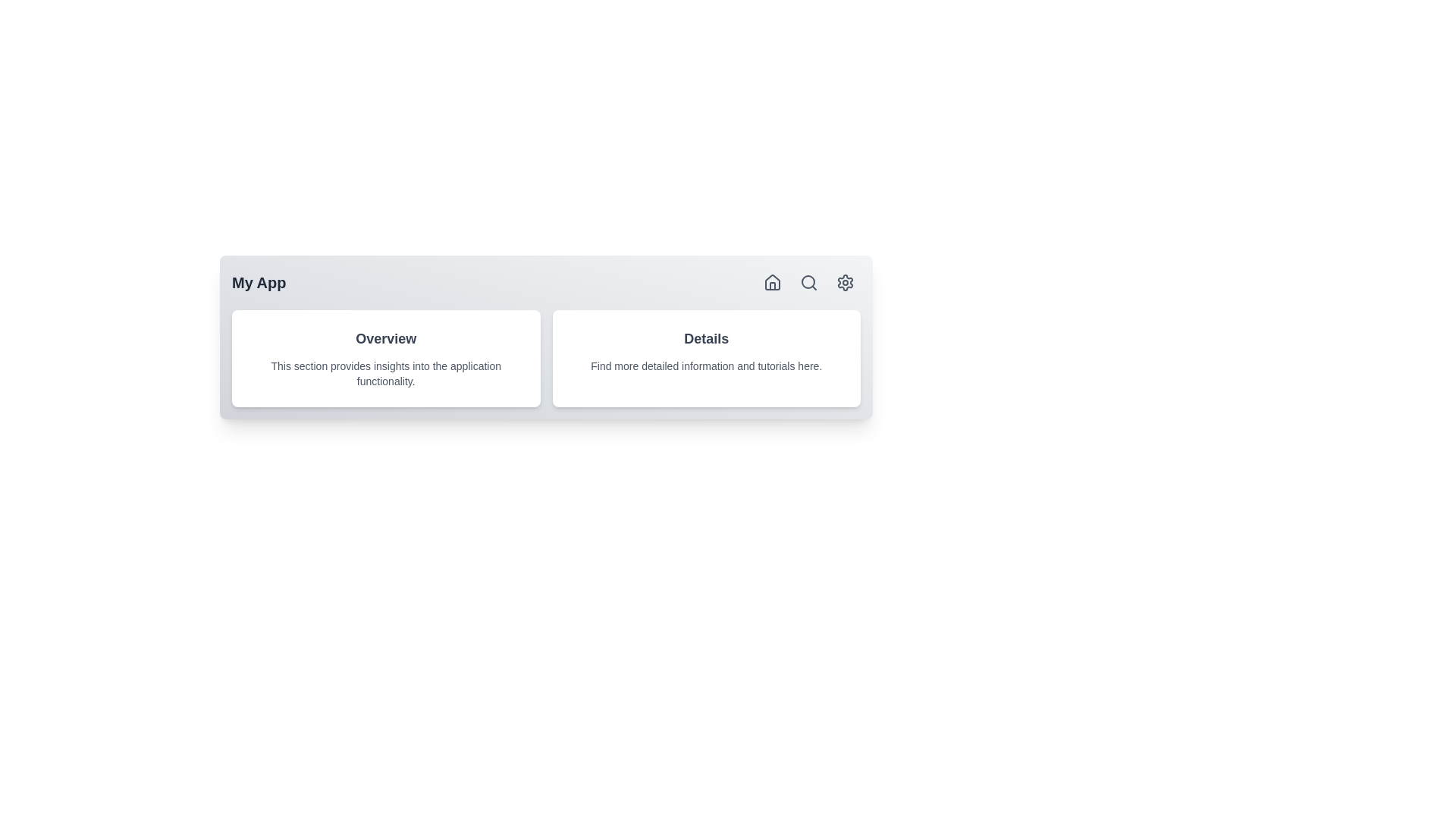  Describe the element at coordinates (807, 281) in the screenshot. I see `the circular icon component that represents the search functionality within the navigation bar located at the top right of the application interface` at that location.